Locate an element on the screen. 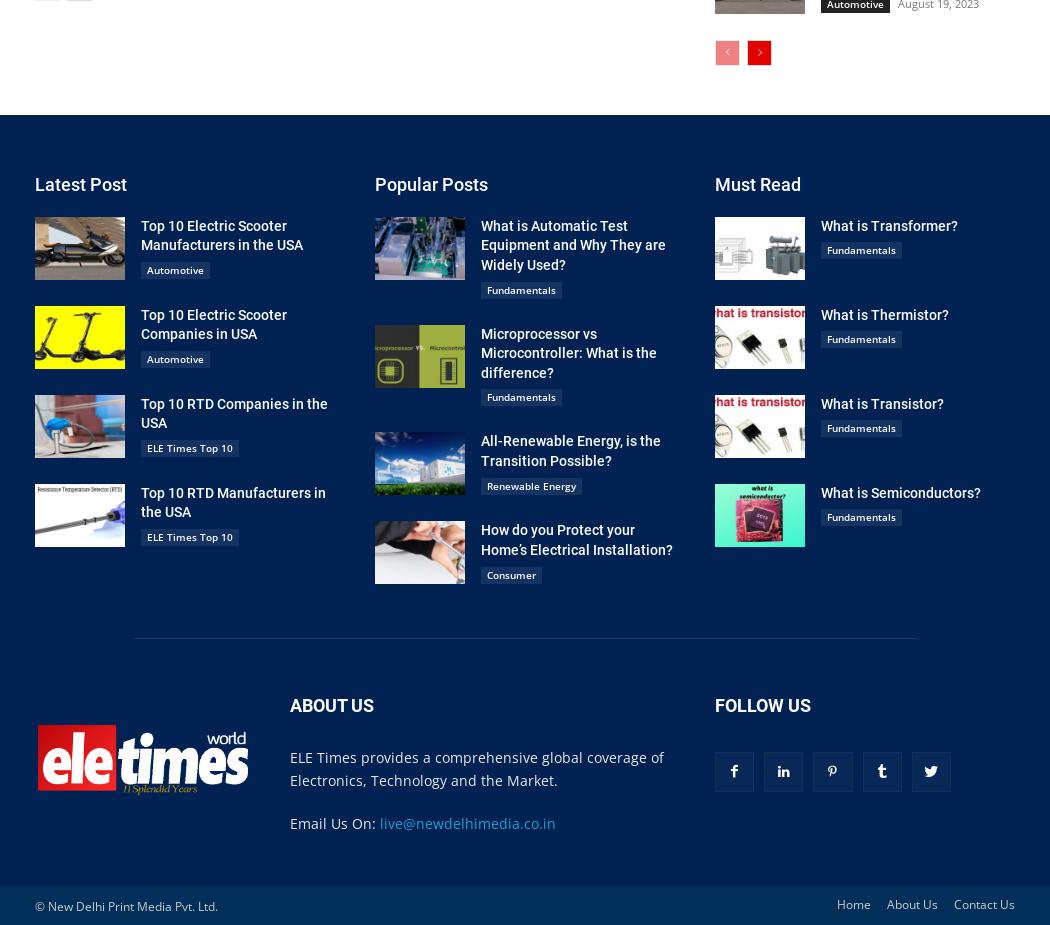 The width and height of the screenshot is (1050, 925). 'Contact Us' is located at coordinates (984, 903).